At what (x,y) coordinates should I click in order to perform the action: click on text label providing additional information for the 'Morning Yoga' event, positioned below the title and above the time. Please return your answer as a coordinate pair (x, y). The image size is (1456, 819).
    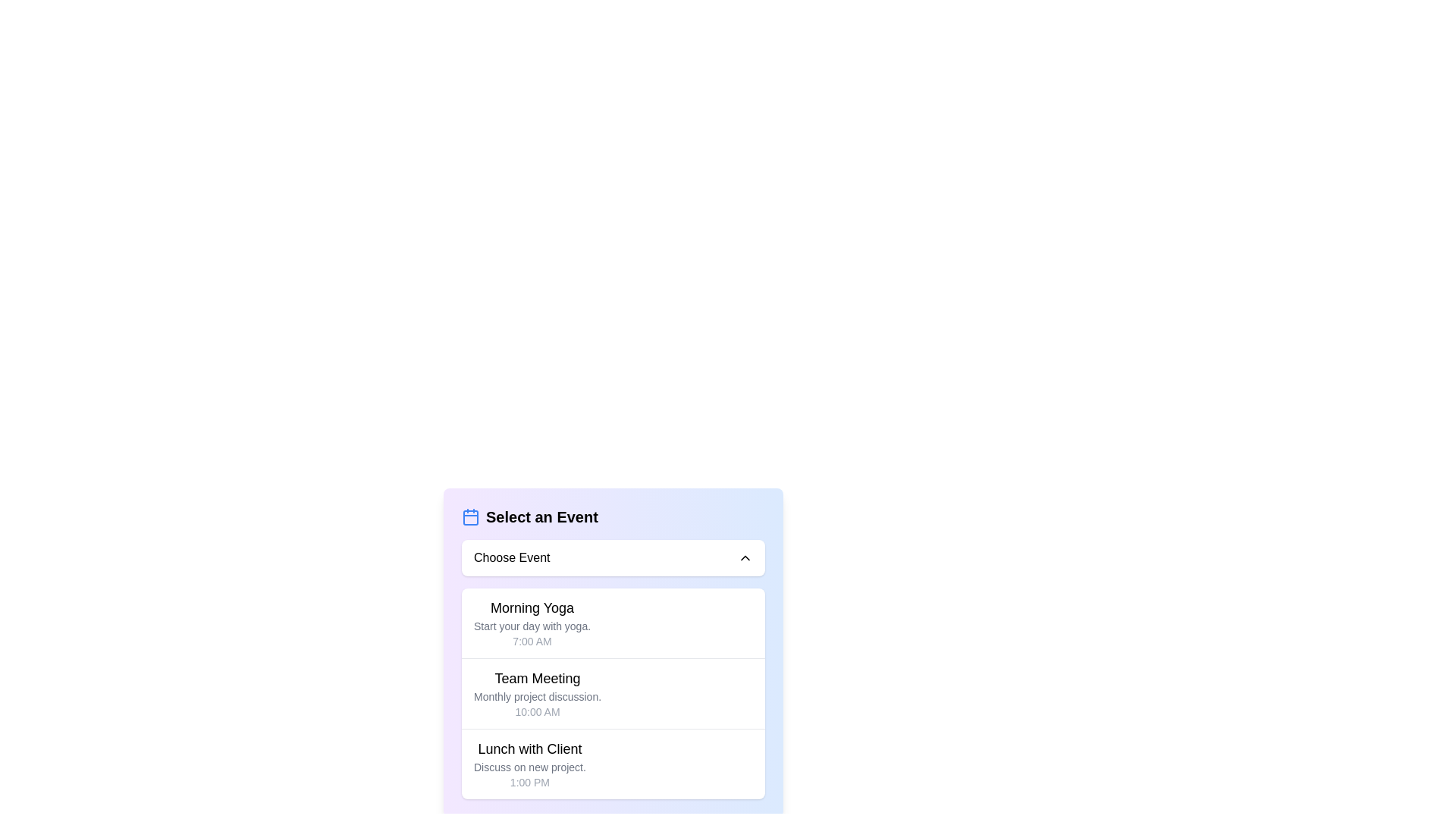
    Looking at the image, I should click on (532, 626).